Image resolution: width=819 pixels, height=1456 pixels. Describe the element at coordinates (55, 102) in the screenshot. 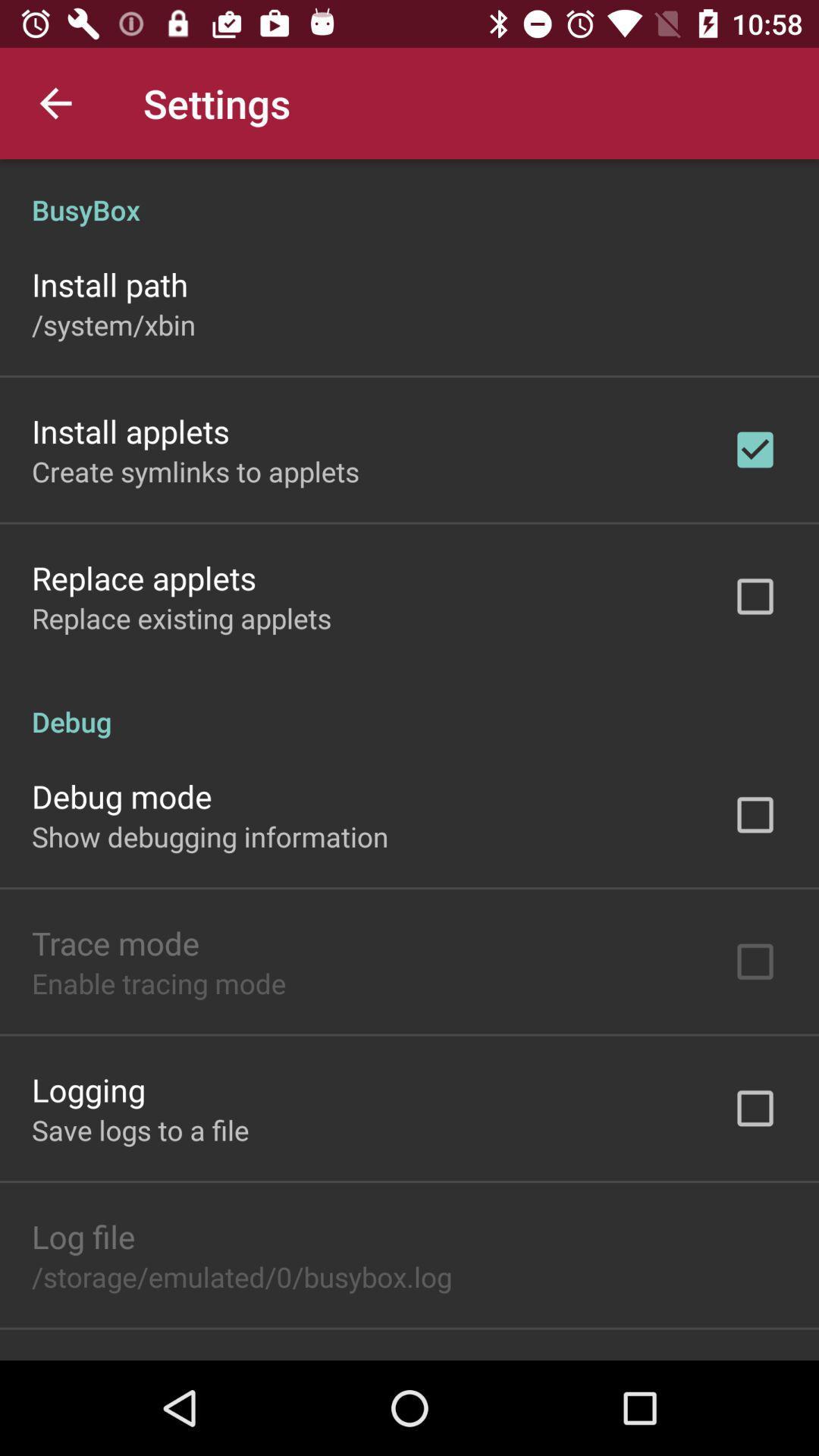

I see `the item to the left of the settings item` at that location.